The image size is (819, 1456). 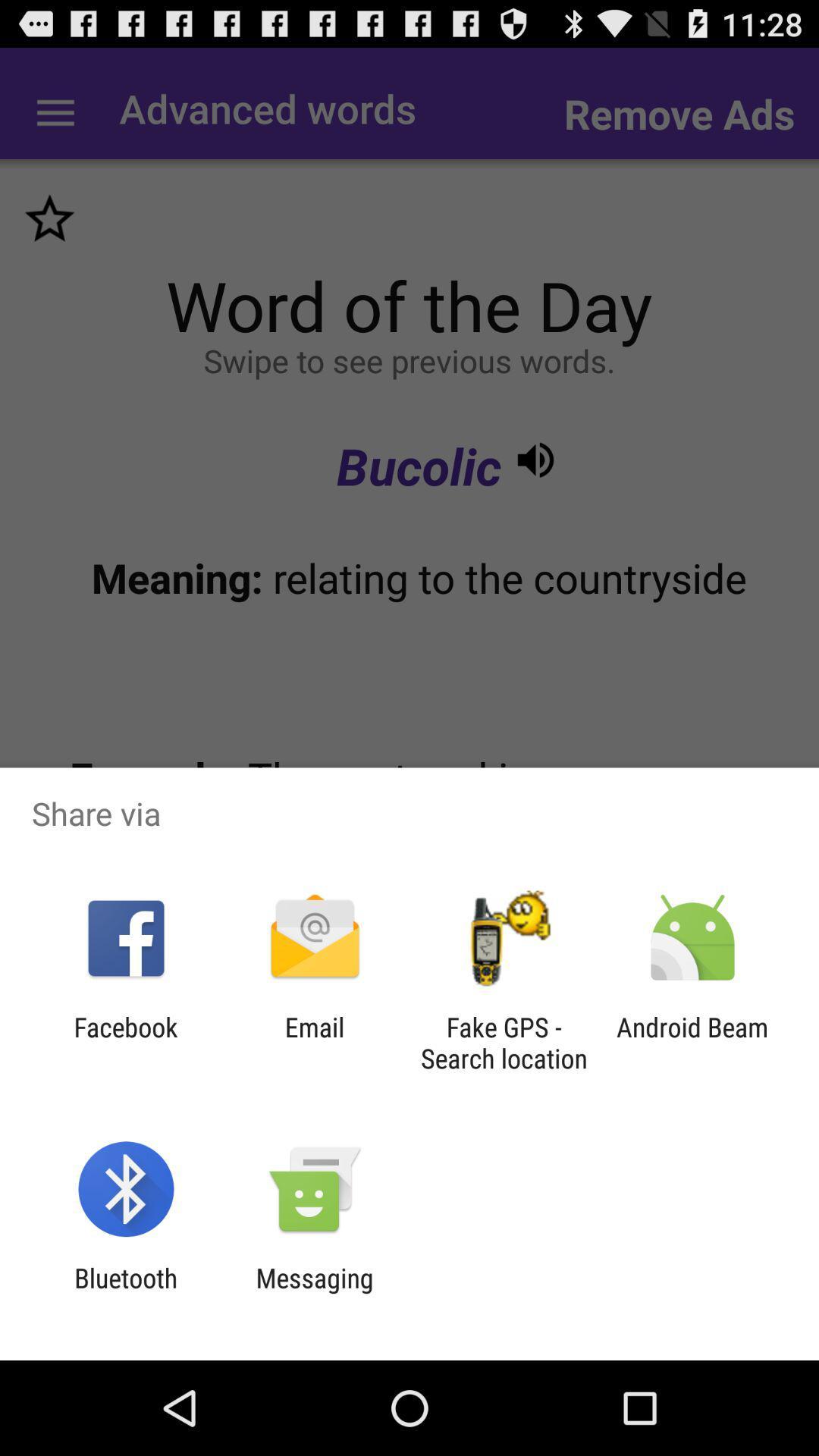 I want to click on item to the right of email app, so click(x=504, y=1042).